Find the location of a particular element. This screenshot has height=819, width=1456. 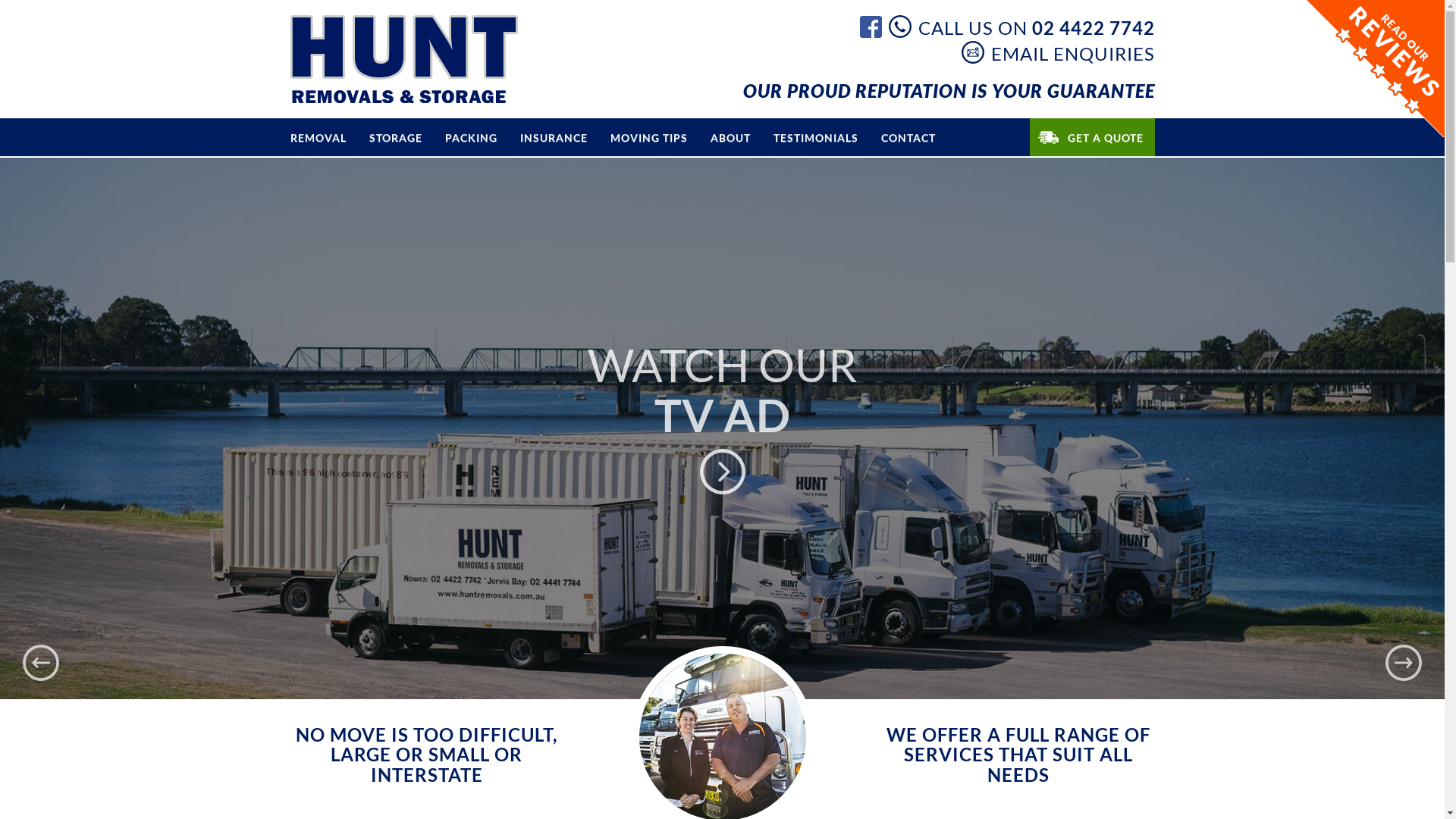

'STORAGE' is located at coordinates (396, 137).